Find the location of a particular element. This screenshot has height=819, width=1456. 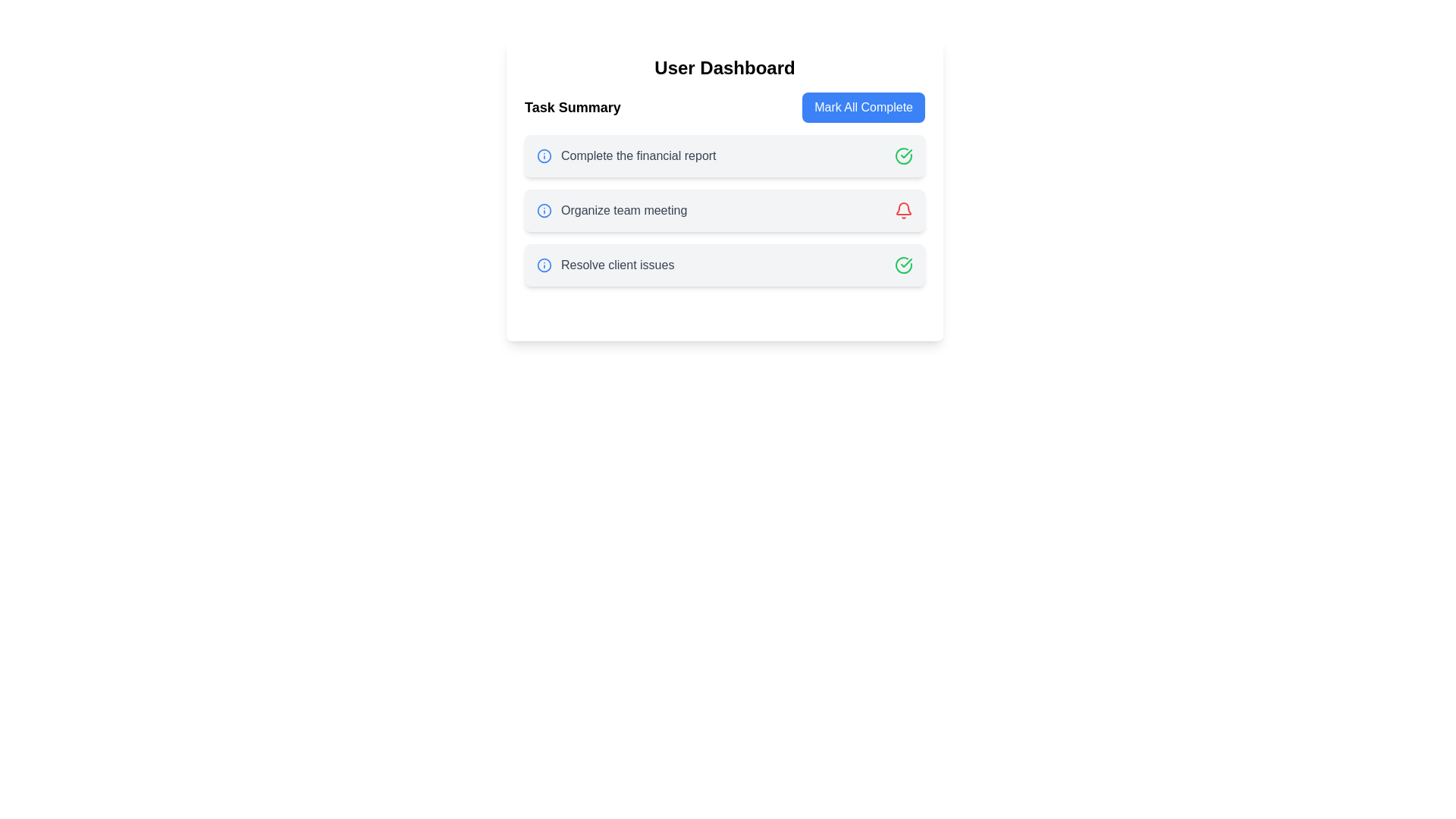

the green checkmark icon within the circular icon located on the right of the first row in the task list for the task 'Complete the financial report' is located at coordinates (906, 262).